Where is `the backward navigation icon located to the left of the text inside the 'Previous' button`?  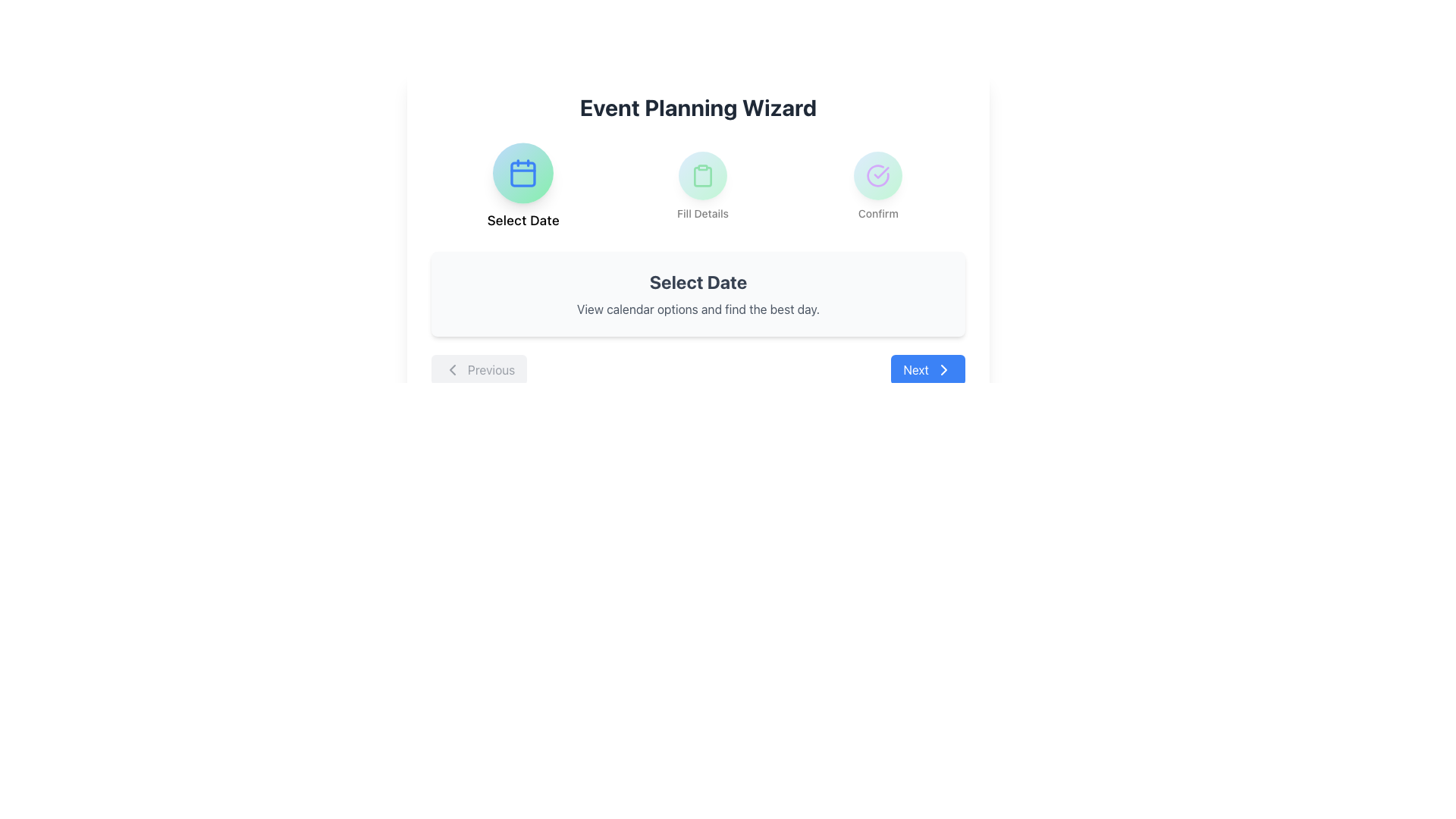
the backward navigation icon located to the left of the text inside the 'Previous' button is located at coordinates (451, 370).